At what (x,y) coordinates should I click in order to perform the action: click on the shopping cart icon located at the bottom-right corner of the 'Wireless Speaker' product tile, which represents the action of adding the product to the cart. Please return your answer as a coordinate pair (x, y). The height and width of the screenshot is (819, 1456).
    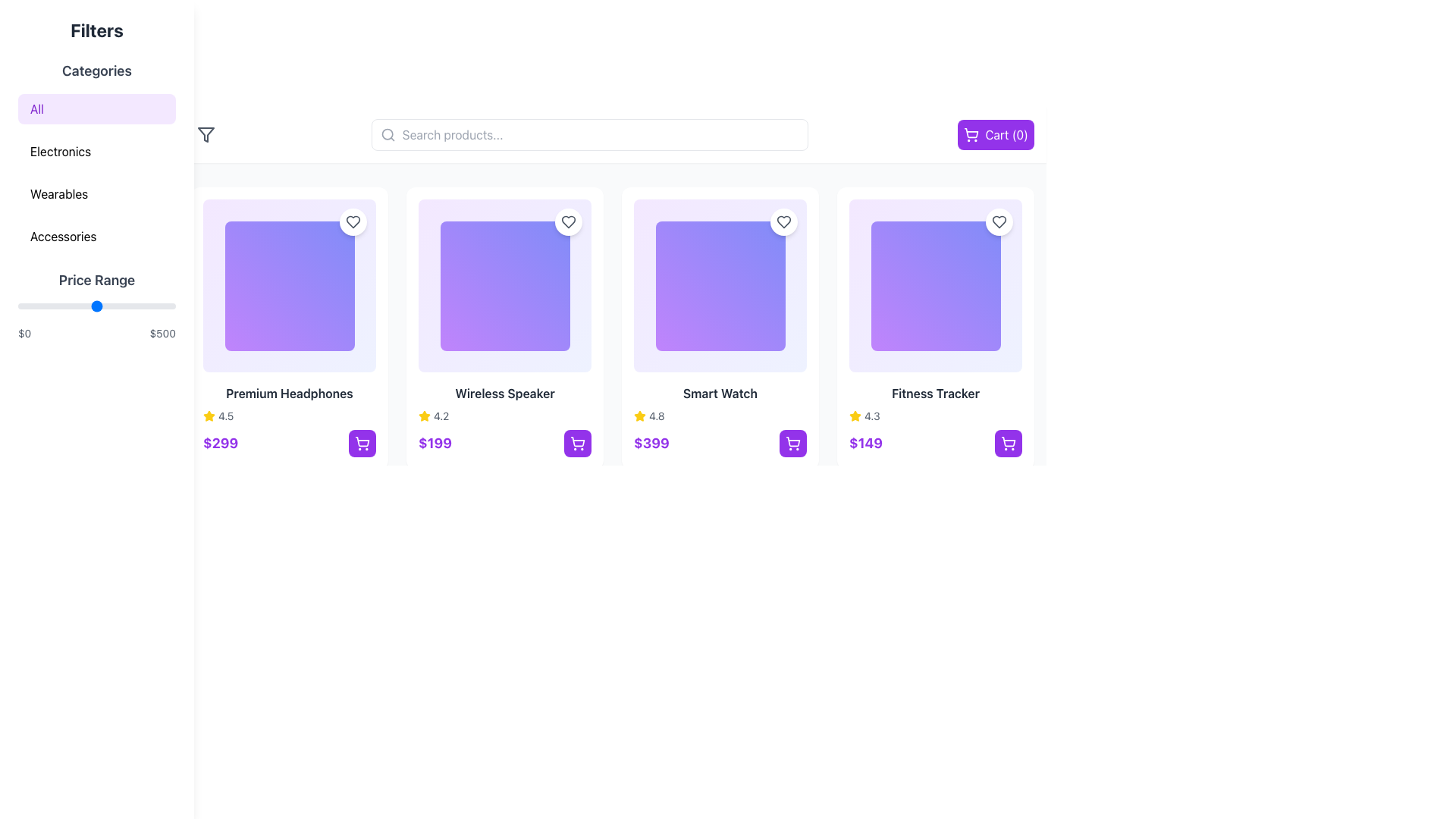
    Looking at the image, I should click on (577, 441).